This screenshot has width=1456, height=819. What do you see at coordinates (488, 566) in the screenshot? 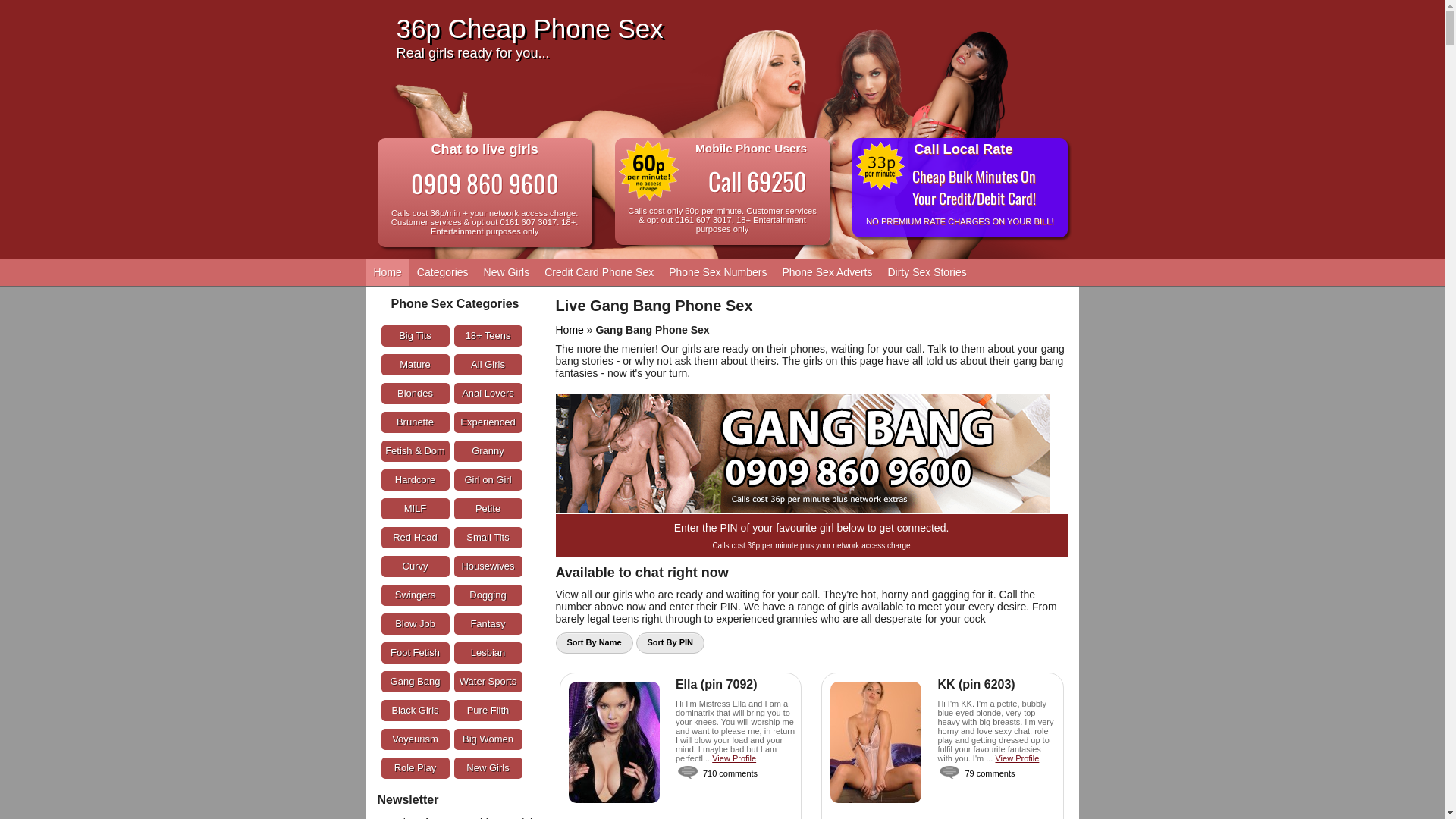
I see `'Housewives'` at bounding box center [488, 566].